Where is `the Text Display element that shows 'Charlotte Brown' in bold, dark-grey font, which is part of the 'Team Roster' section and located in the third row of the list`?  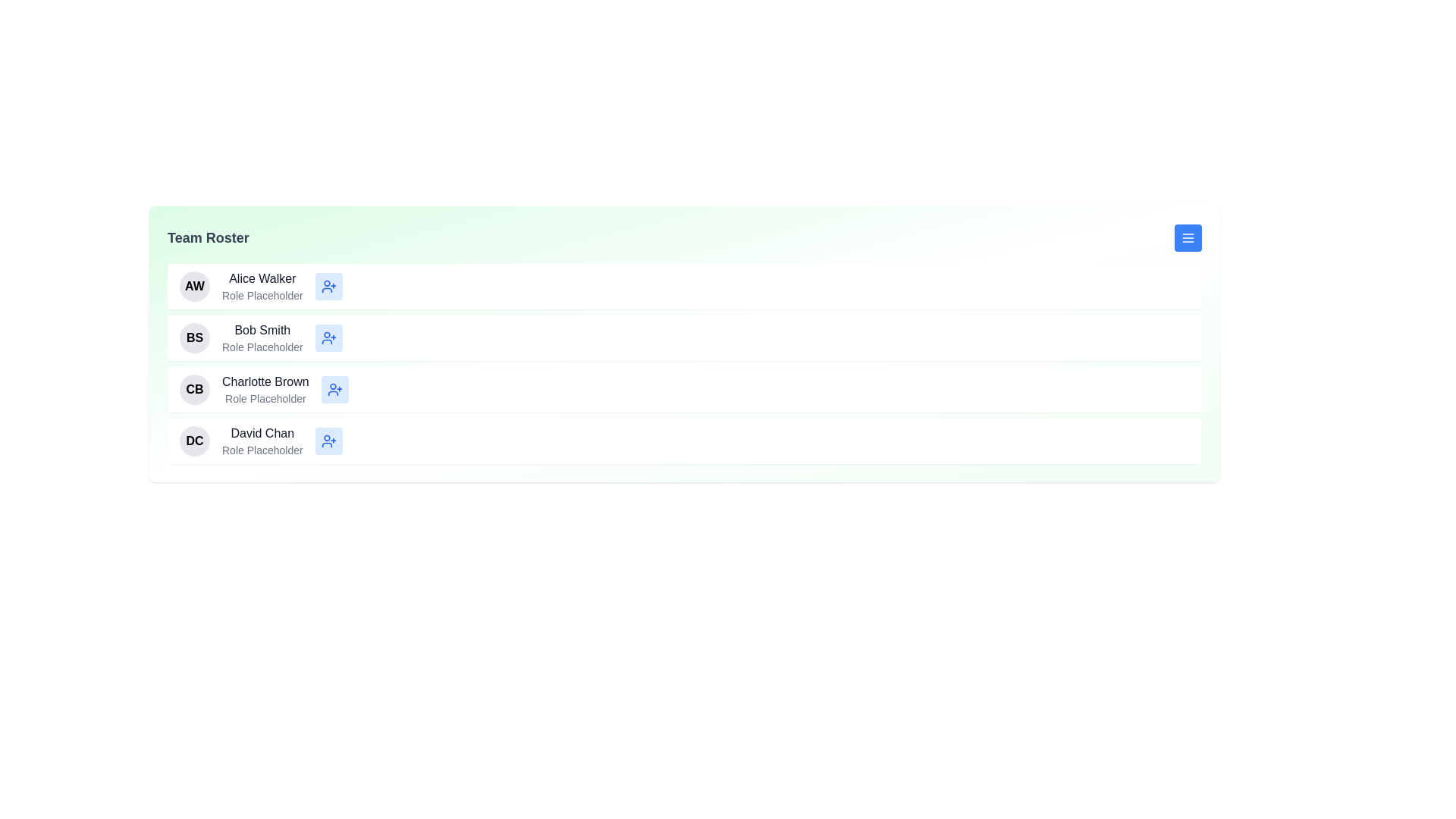
the Text Display element that shows 'Charlotte Brown' in bold, dark-grey font, which is part of the 'Team Roster' section and located in the third row of the list is located at coordinates (265, 381).